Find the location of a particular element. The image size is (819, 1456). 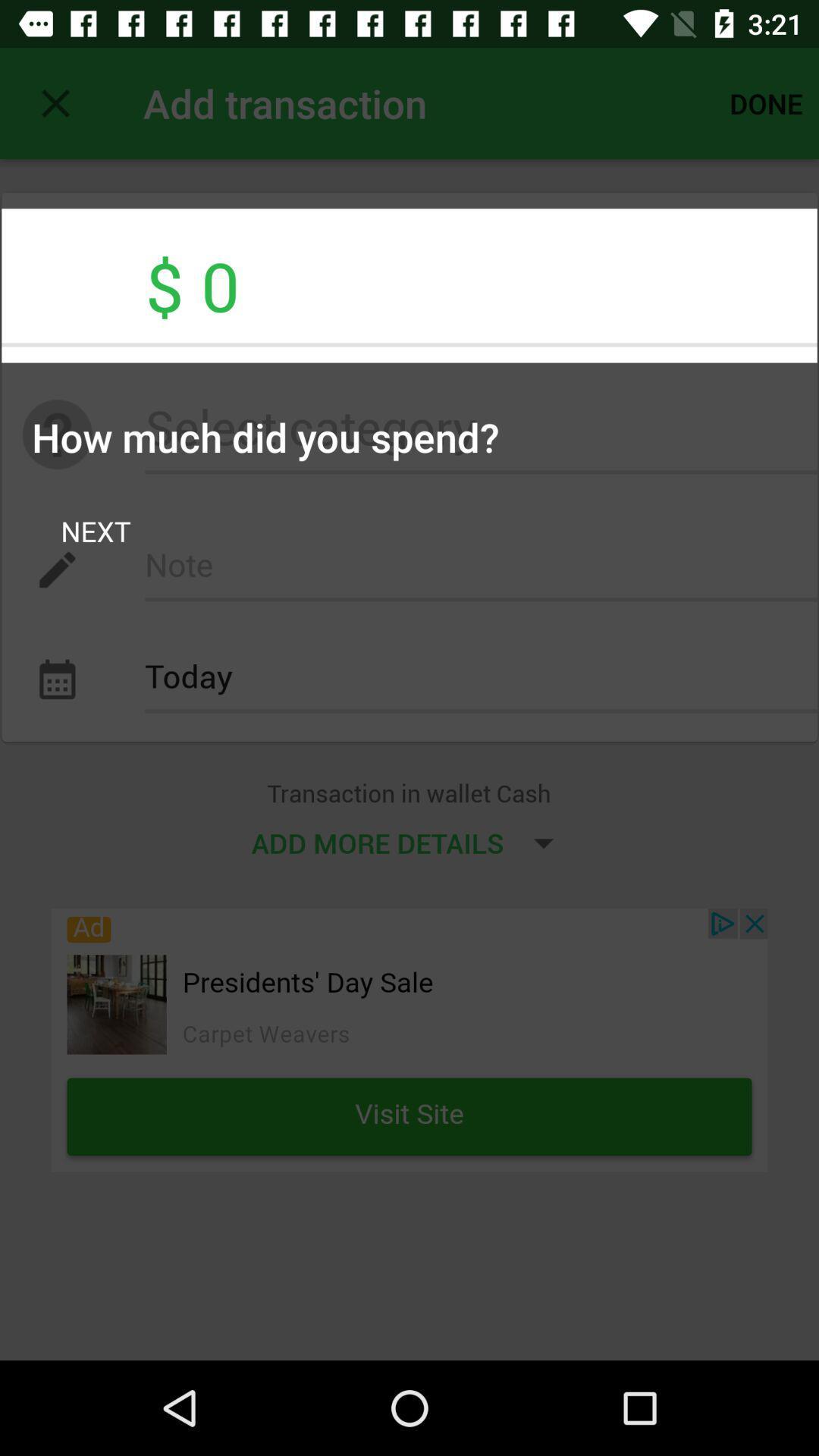

done at the top right corner is located at coordinates (766, 102).